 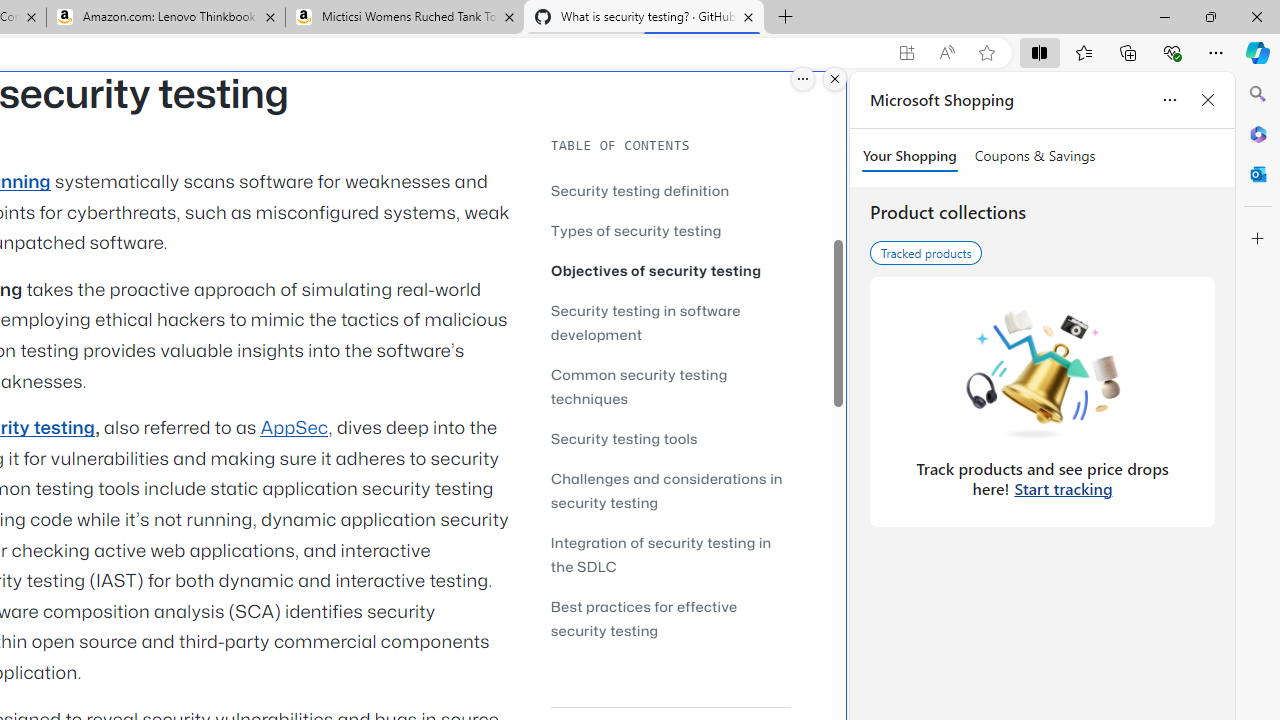 I want to click on 'Security testing tools', so click(x=623, y=437).